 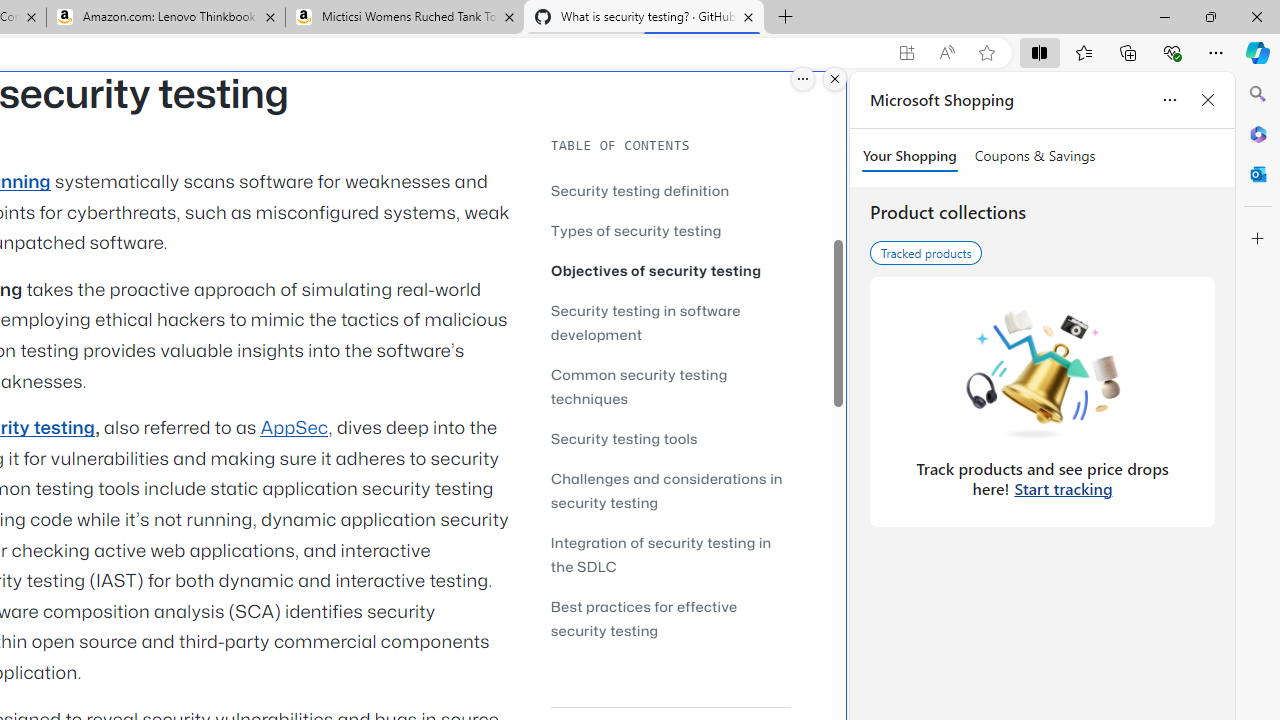 I want to click on 'Security testing tools', so click(x=623, y=437).